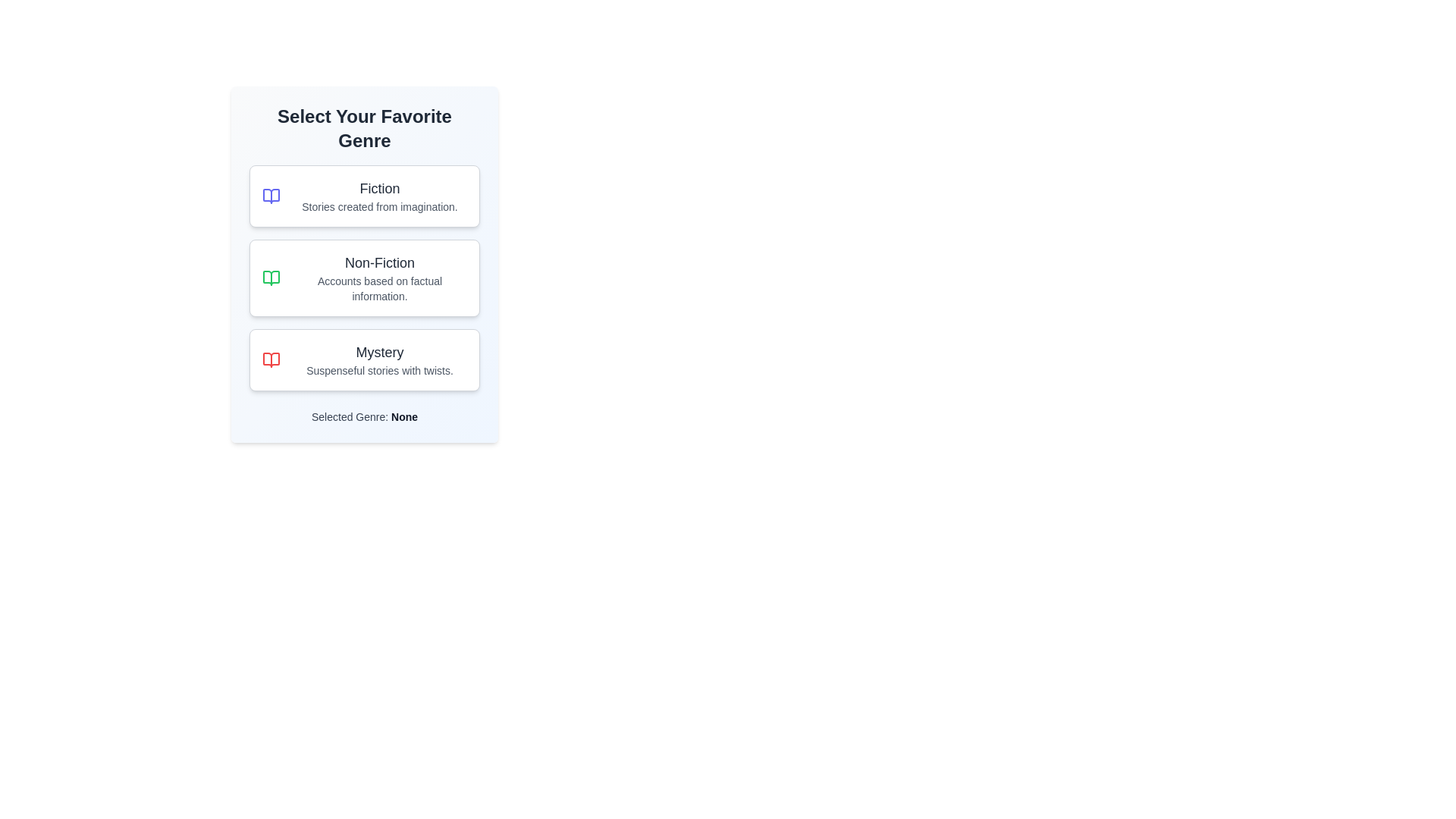  Describe the element at coordinates (379, 195) in the screenshot. I see `the 'Fiction' category text content block in the 'Select Your Favorite Genre' interface, which is the first item in the vertical list of options` at that location.